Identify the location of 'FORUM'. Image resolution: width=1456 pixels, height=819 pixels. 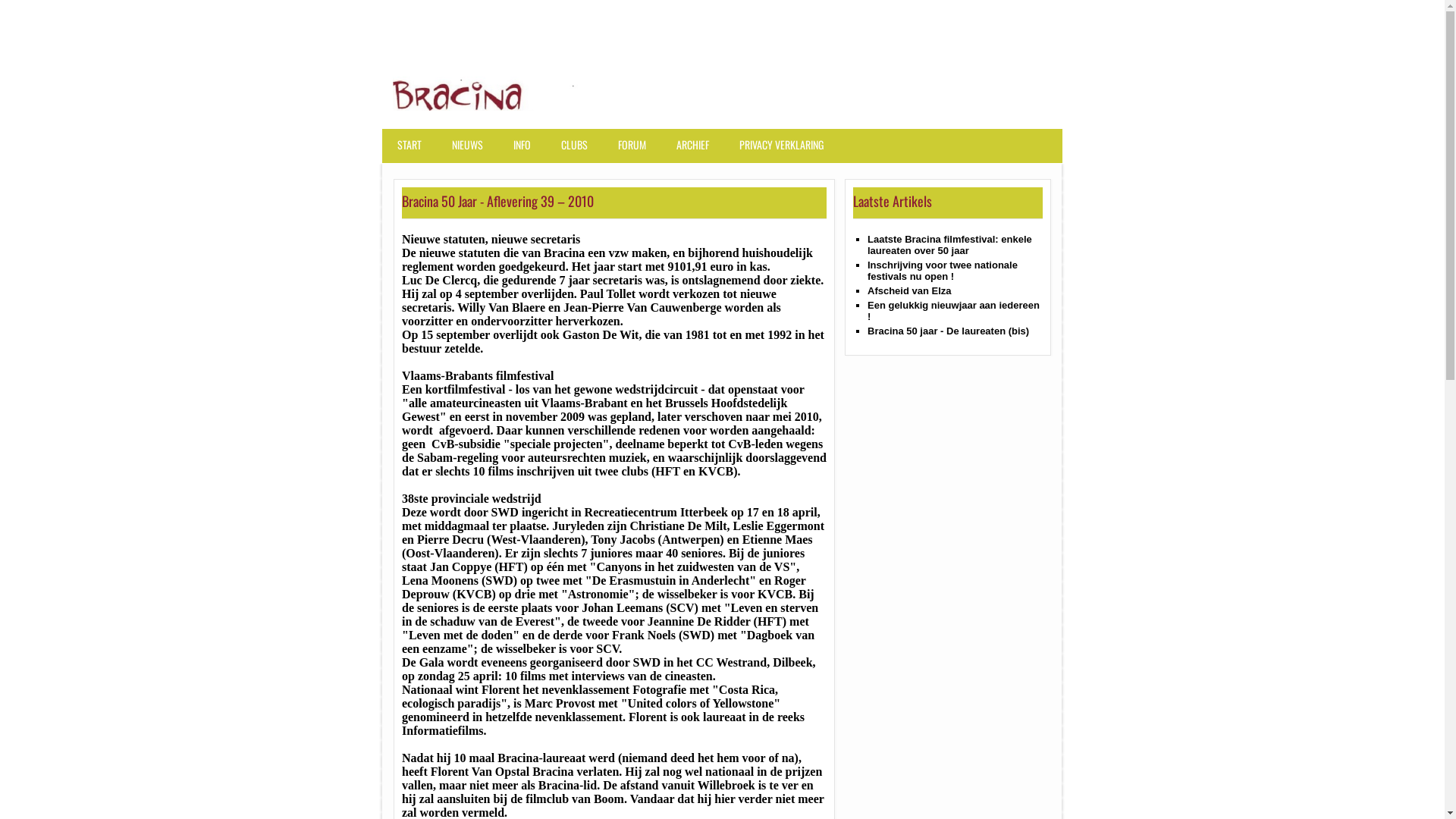
(635, 152).